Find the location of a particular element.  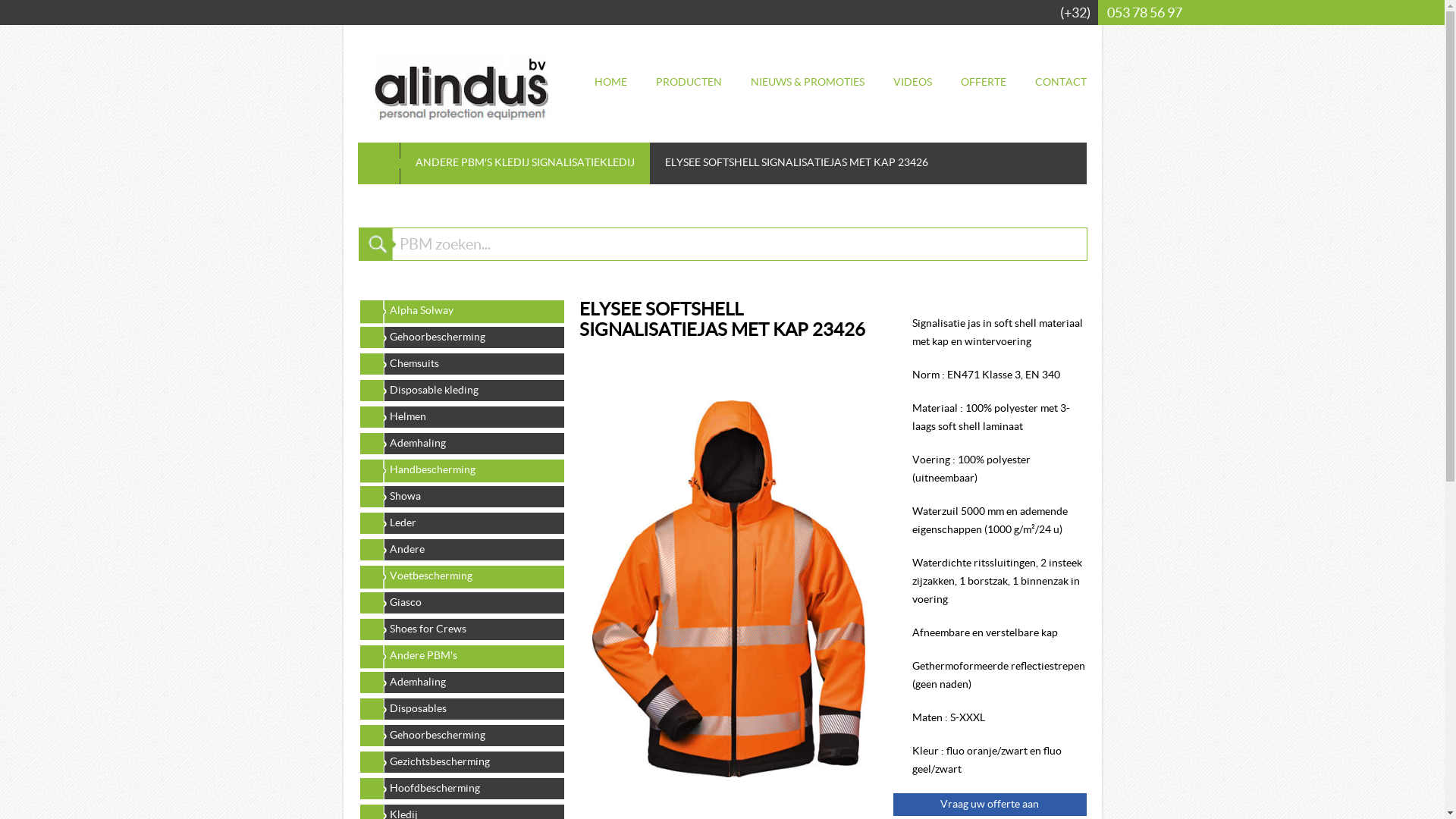

'Helmen' is located at coordinates (460, 416).